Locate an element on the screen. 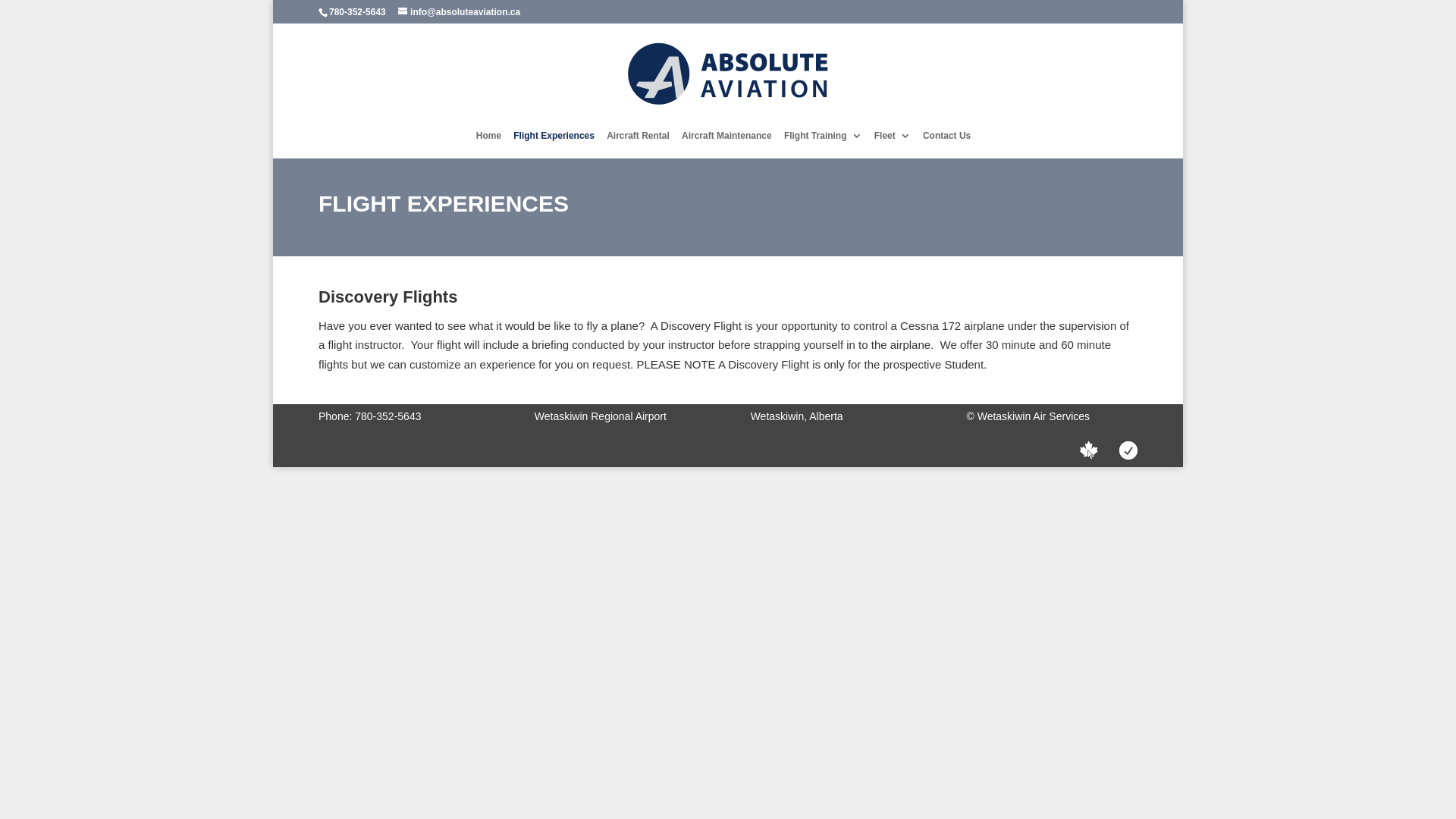  'Aircraft Rental' is located at coordinates (638, 145).